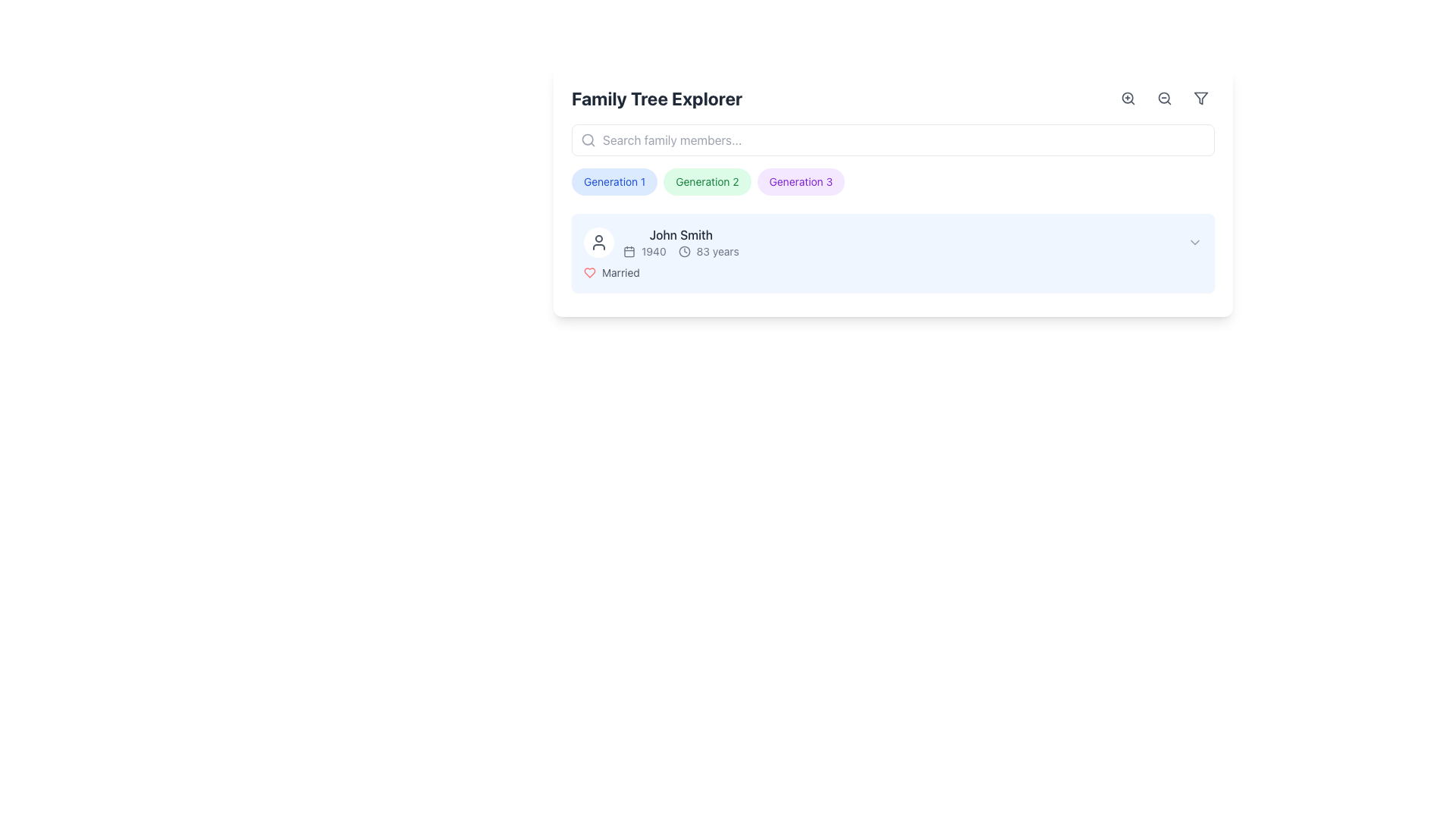  Describe the element at coordinates (661, 242) in the screenshot. I see `the Information Card displaying user details such as name, birth year, and age, located in the left part of a centralized horizontal section` at that location.